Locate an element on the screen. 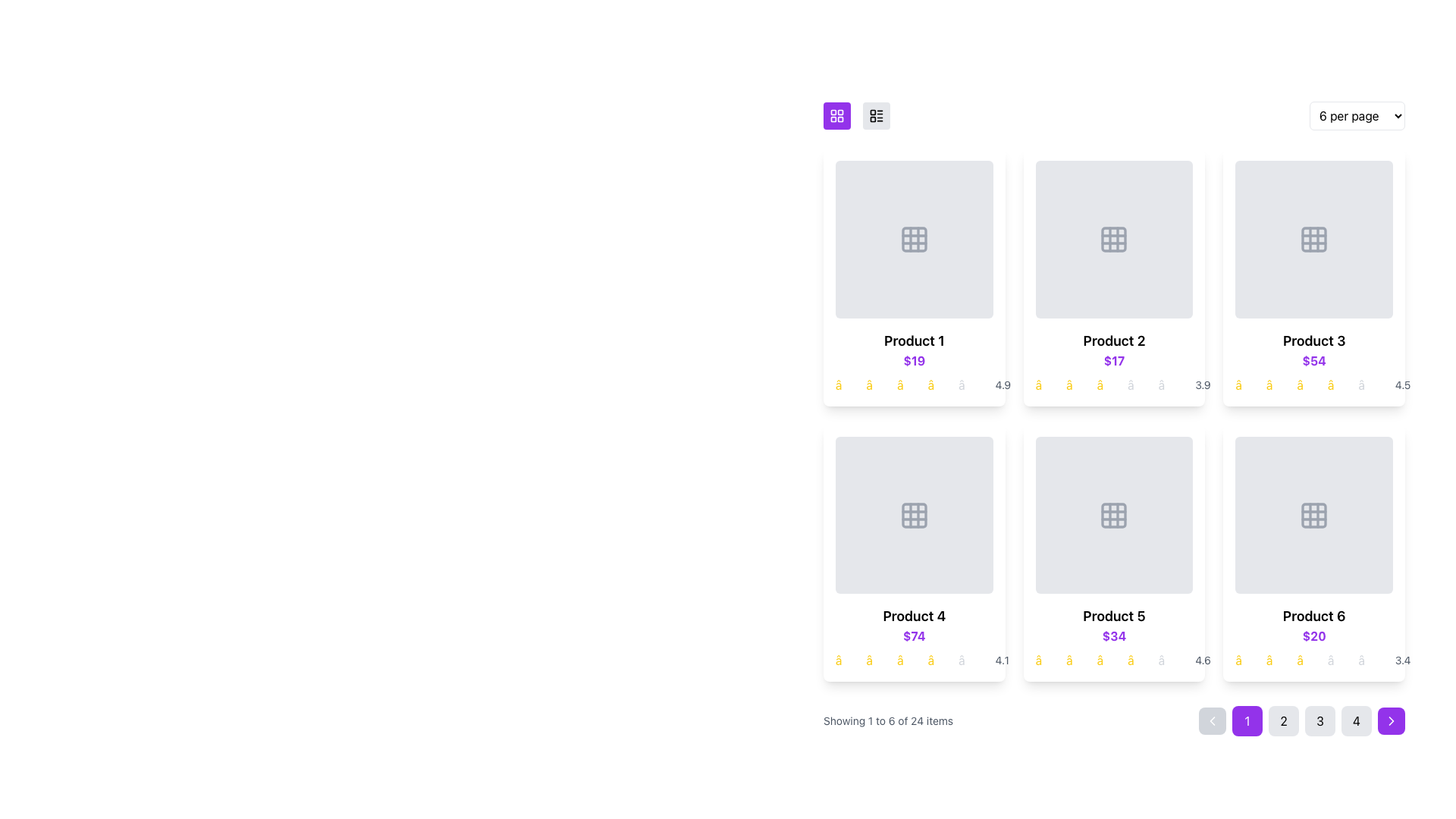 This screenshot has width=1456, height=819. the fourth pagination button is located at coordinates (1357, 720).